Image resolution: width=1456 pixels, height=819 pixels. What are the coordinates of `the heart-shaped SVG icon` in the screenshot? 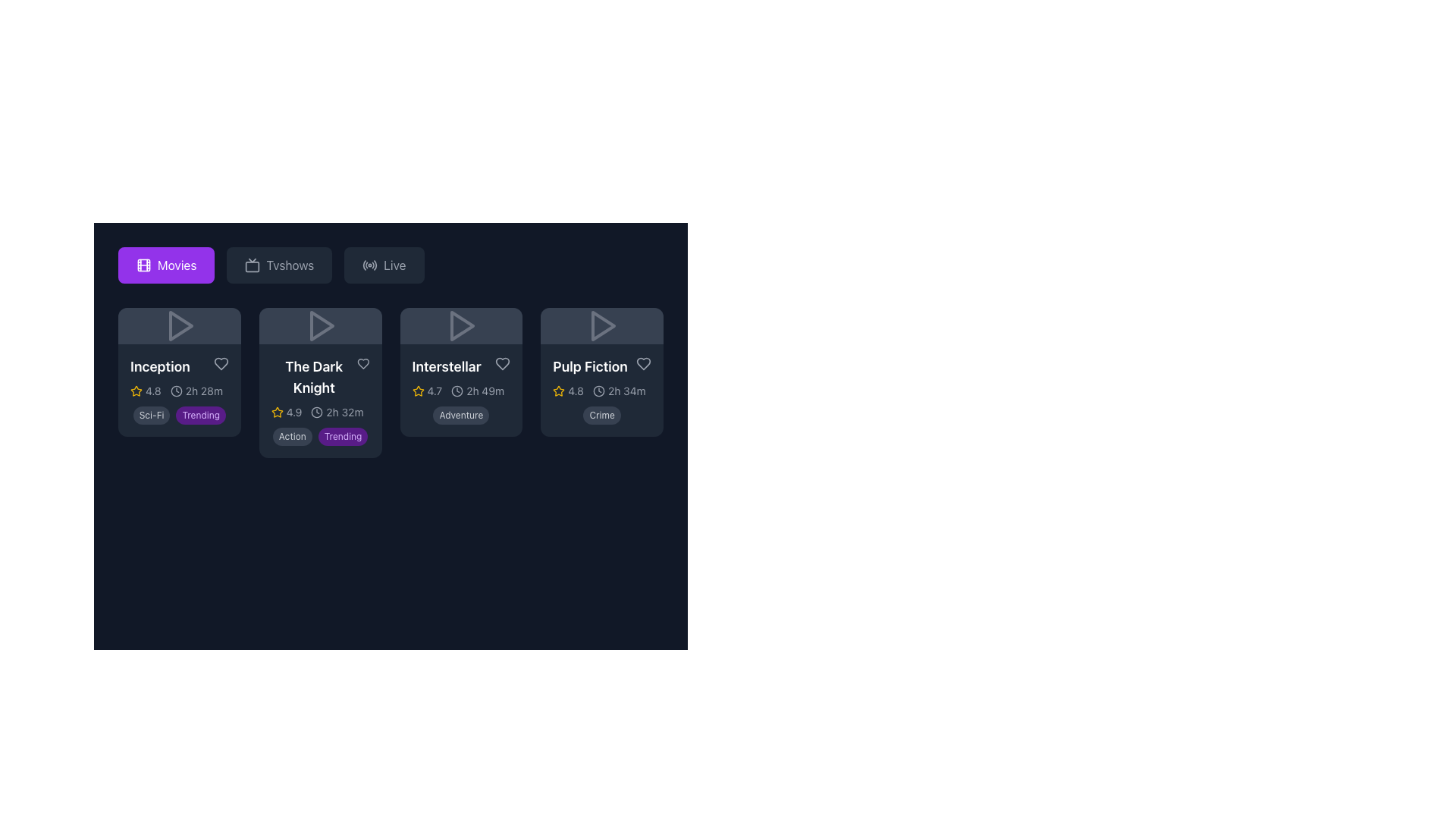 It's located at (362, 363).